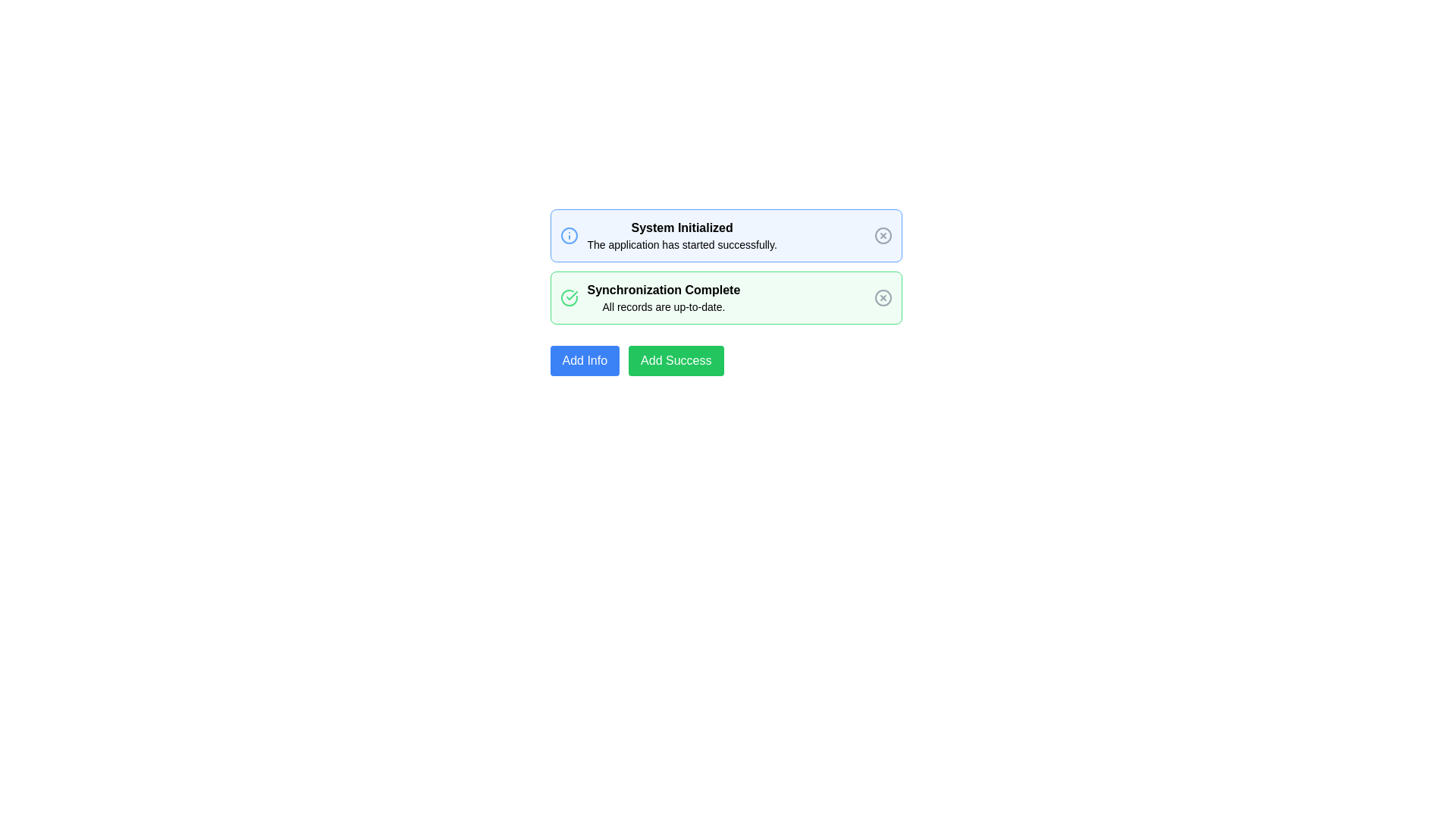 The height and width of the screenshot is (819, 1456). What do you see at coordinates (883, 236) in the screenshot?
I see `the circular close button with a cross symbol located on the right side of the blue notification box titled 'System Initialized' to trigger the hover color change effect` at bounding box center [883, 236].